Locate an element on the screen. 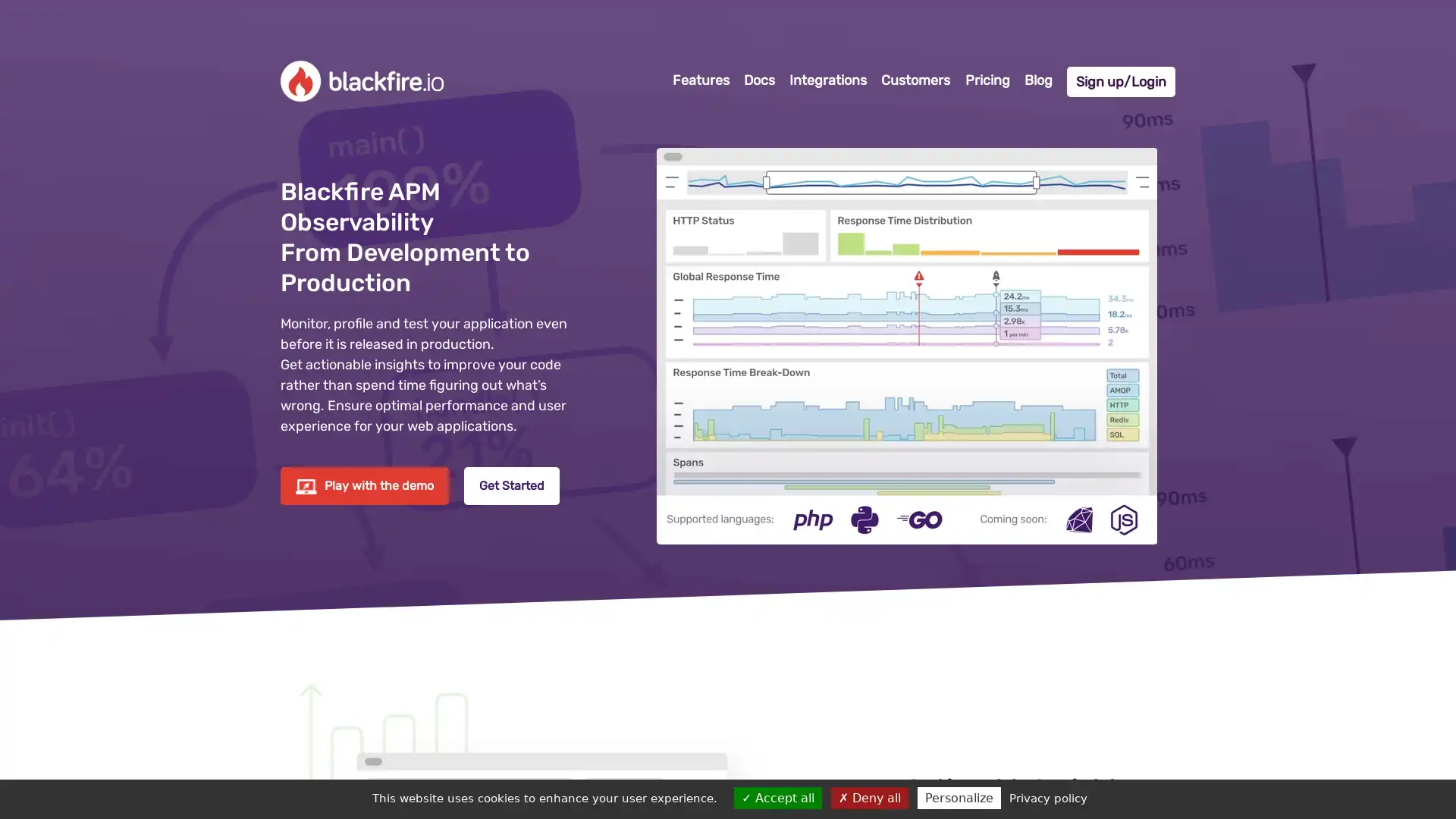 The image size is (1456, 819). Personalize (modal window) is located at coordinates (957, 797).